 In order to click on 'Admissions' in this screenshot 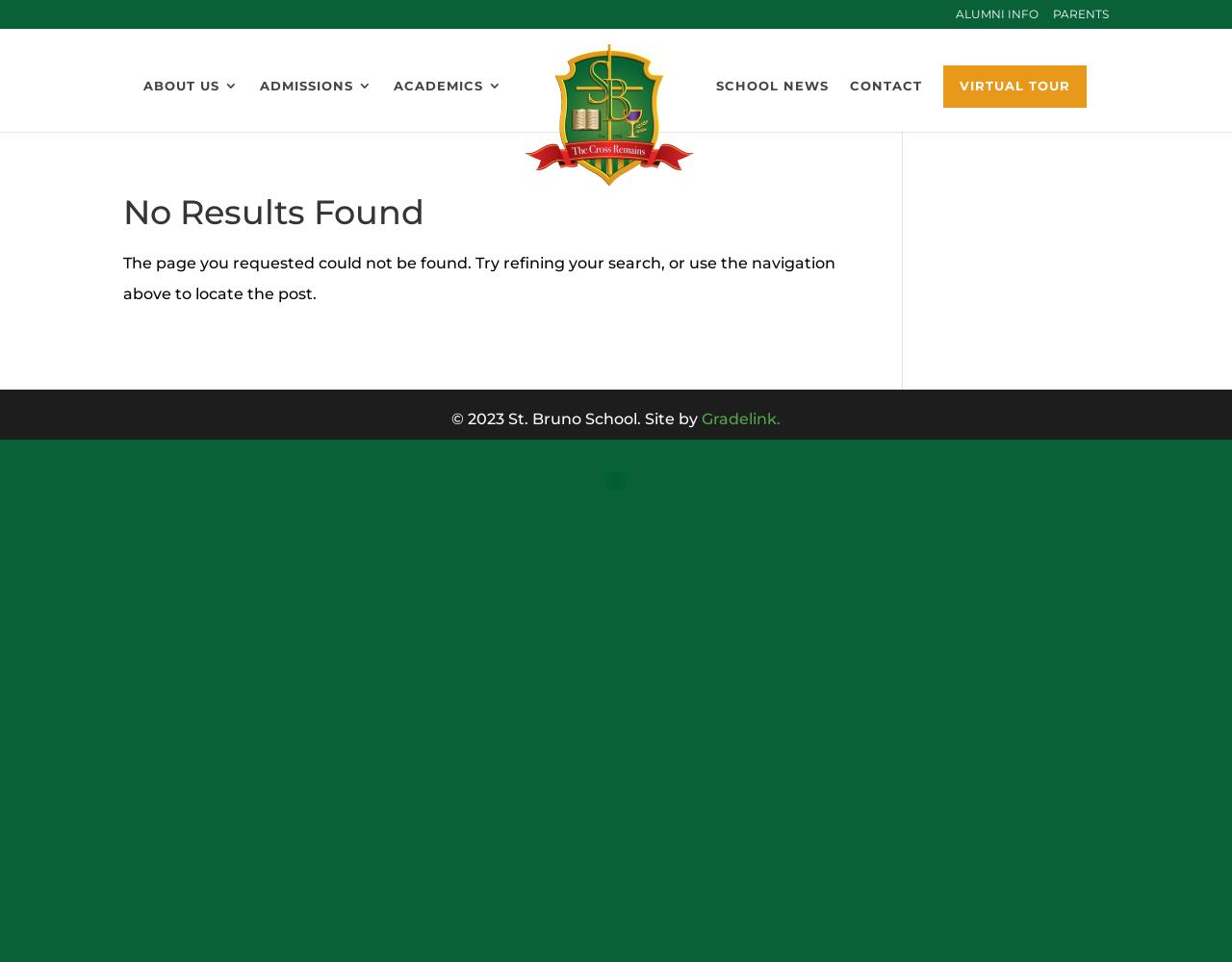, I will do `click(305, 85)`.